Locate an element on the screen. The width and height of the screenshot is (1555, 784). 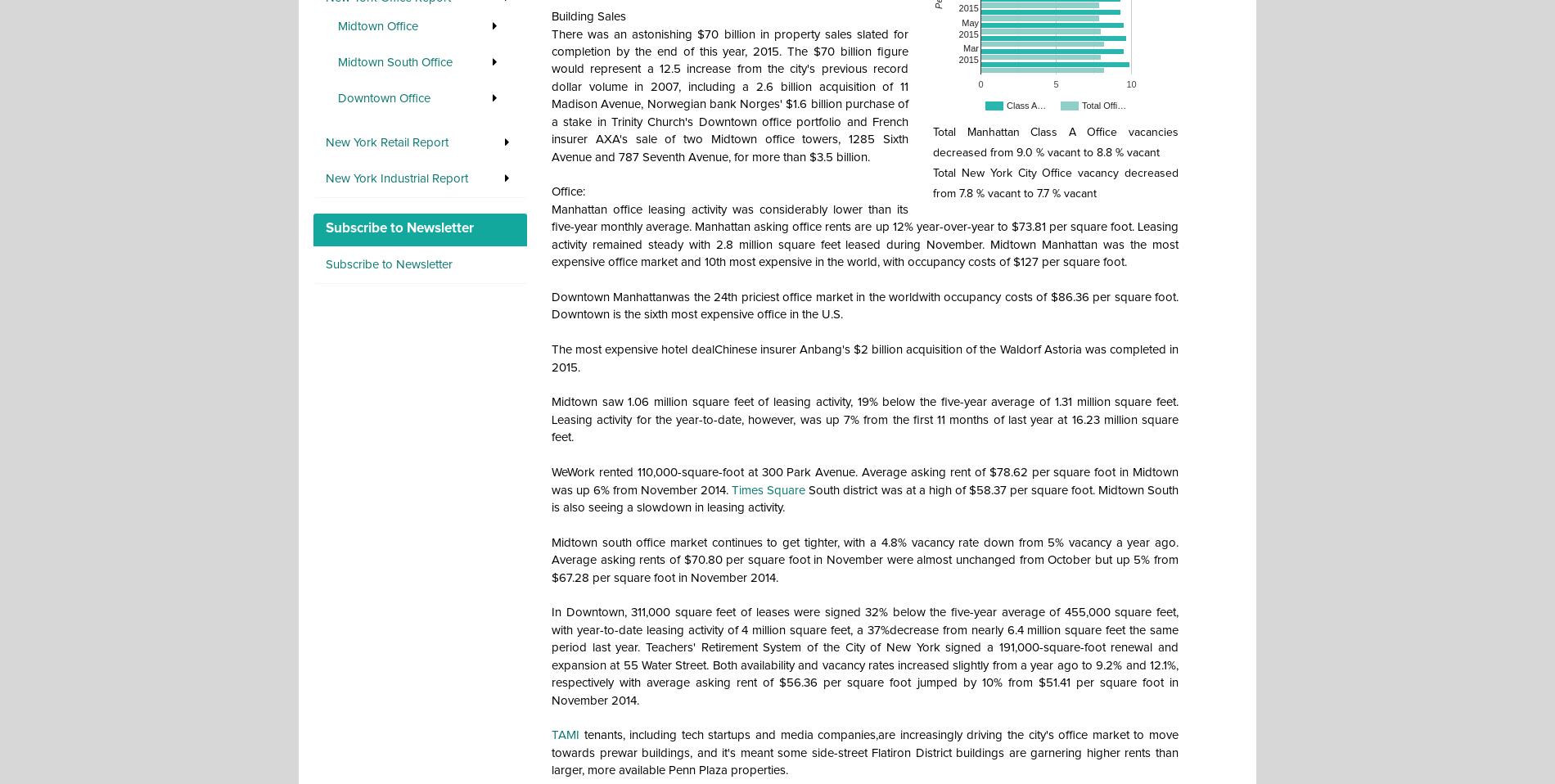
'There was an astonishing $70 billion in property sales slated for completion by the end of this year, 2015.  The $70 billion figure would represent a 12.5 increase from the city's previous record dollar volume in 2007, including a 2.6 billion acquisition of 11 Madison Avenue, Norwegian bank Norges' $1.6 billion purchase of a stake in Trinity Church's Downtown office portfolio and French insurer AXA's sale of two Midtown office towers, 1285 Sixth Avenue and 787 Seventh Avenue, for more than $3.5 billion.' is located at coordinates (729, 95).